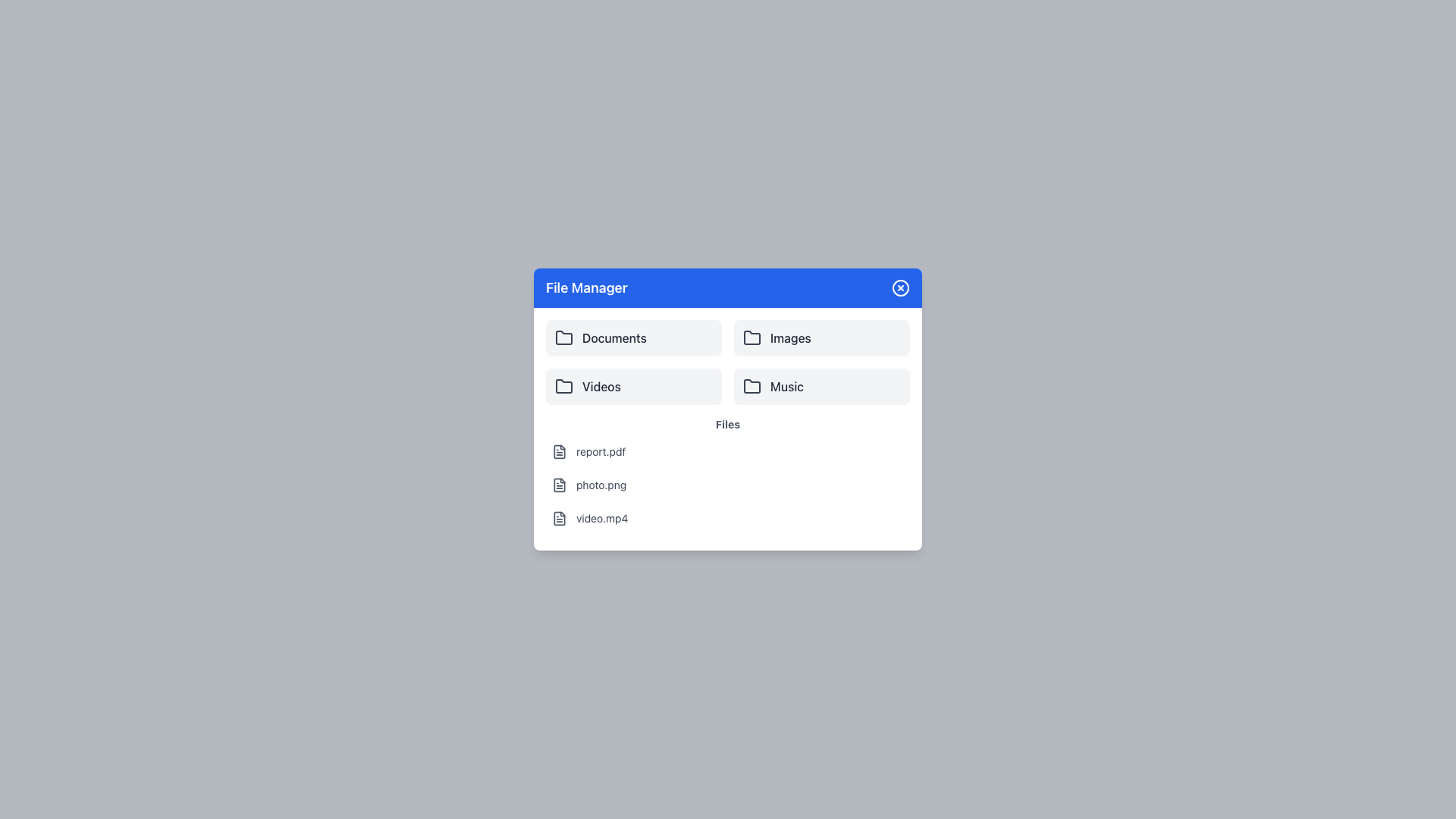  I want to click on the document icon representing the file type located to the left of the filename 'video.mp4' in the 'Files' section of the 'File Manager' interface, so click(559, 517).